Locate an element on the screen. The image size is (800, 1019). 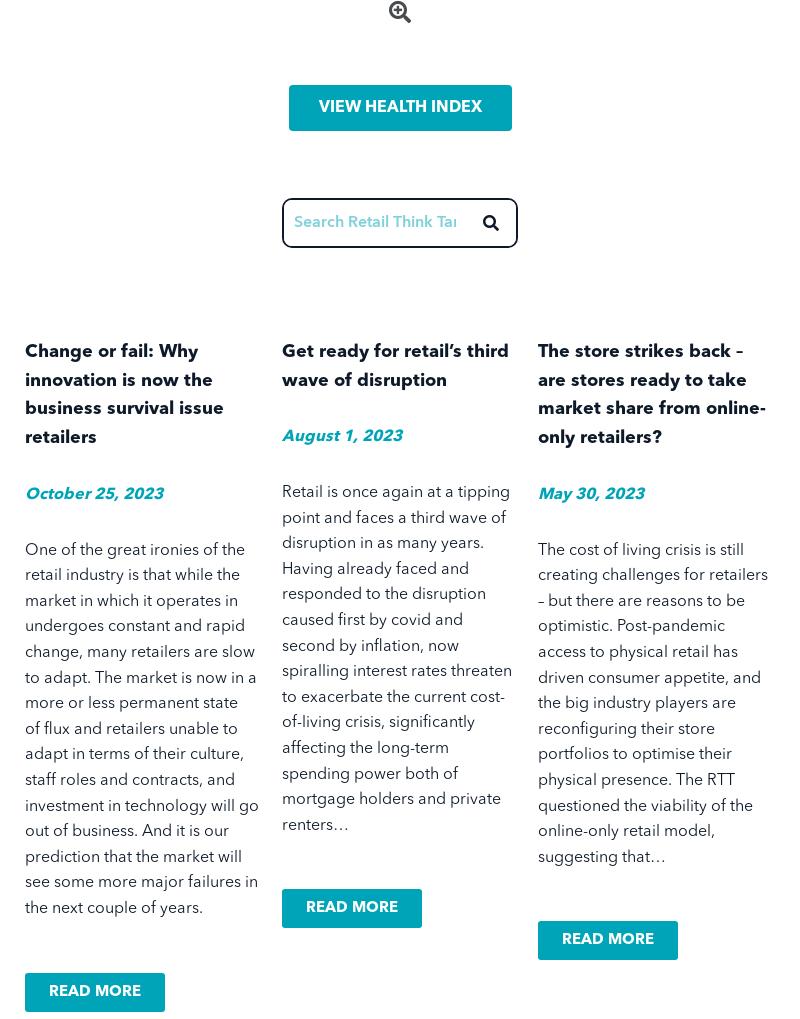
'Retail is once again at a tipping point and faces a third wave of disruption in as many years. Having already faced and responded to the disruption caused first by covid and second by inflation, now spiralling interest rates threaten to exacerbate the current cost-of-living crisis, significantly affecting the long-term spending power both of mortgage holders and private renters…' is located at coordinates (281, 657).